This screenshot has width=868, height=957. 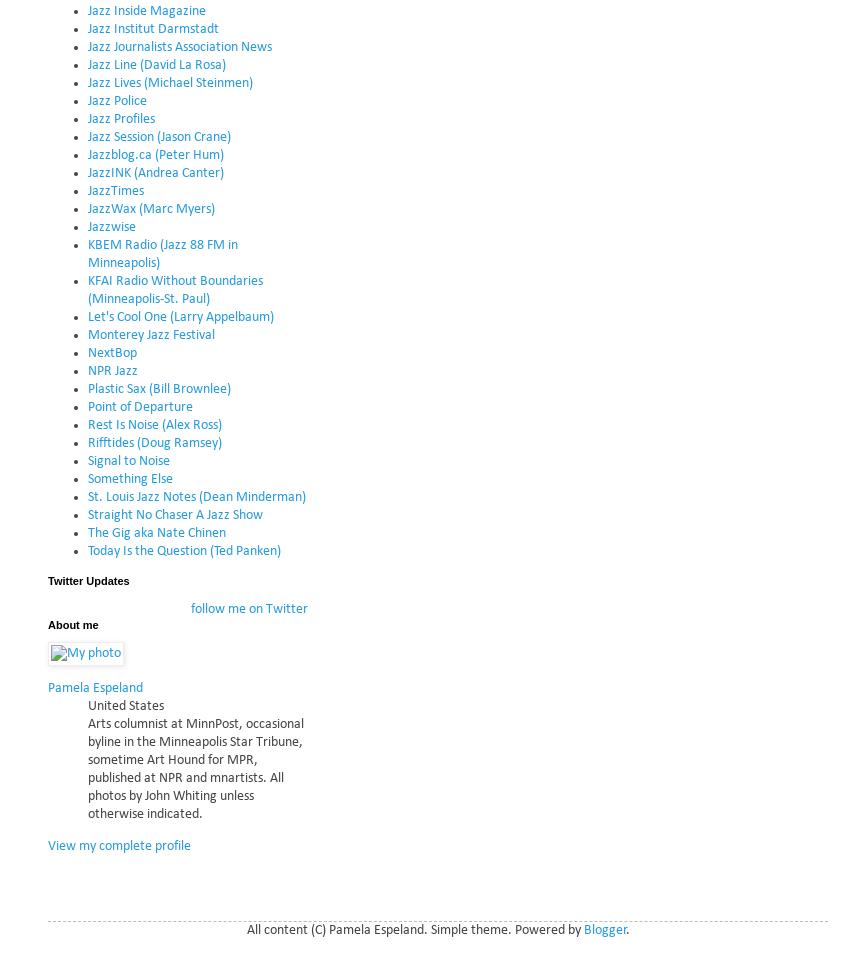 What do you see at coordinates (195, 767) in the screenshot?
I see `'Arts columnist at MinnPost, occasional byline in the Minneapolis Star Tribune, sometime Art Hound for MPR, published at NPR and mnartists. All photos by John Whiting unless otherwise indicated.'` at bounding box center [195, 767].